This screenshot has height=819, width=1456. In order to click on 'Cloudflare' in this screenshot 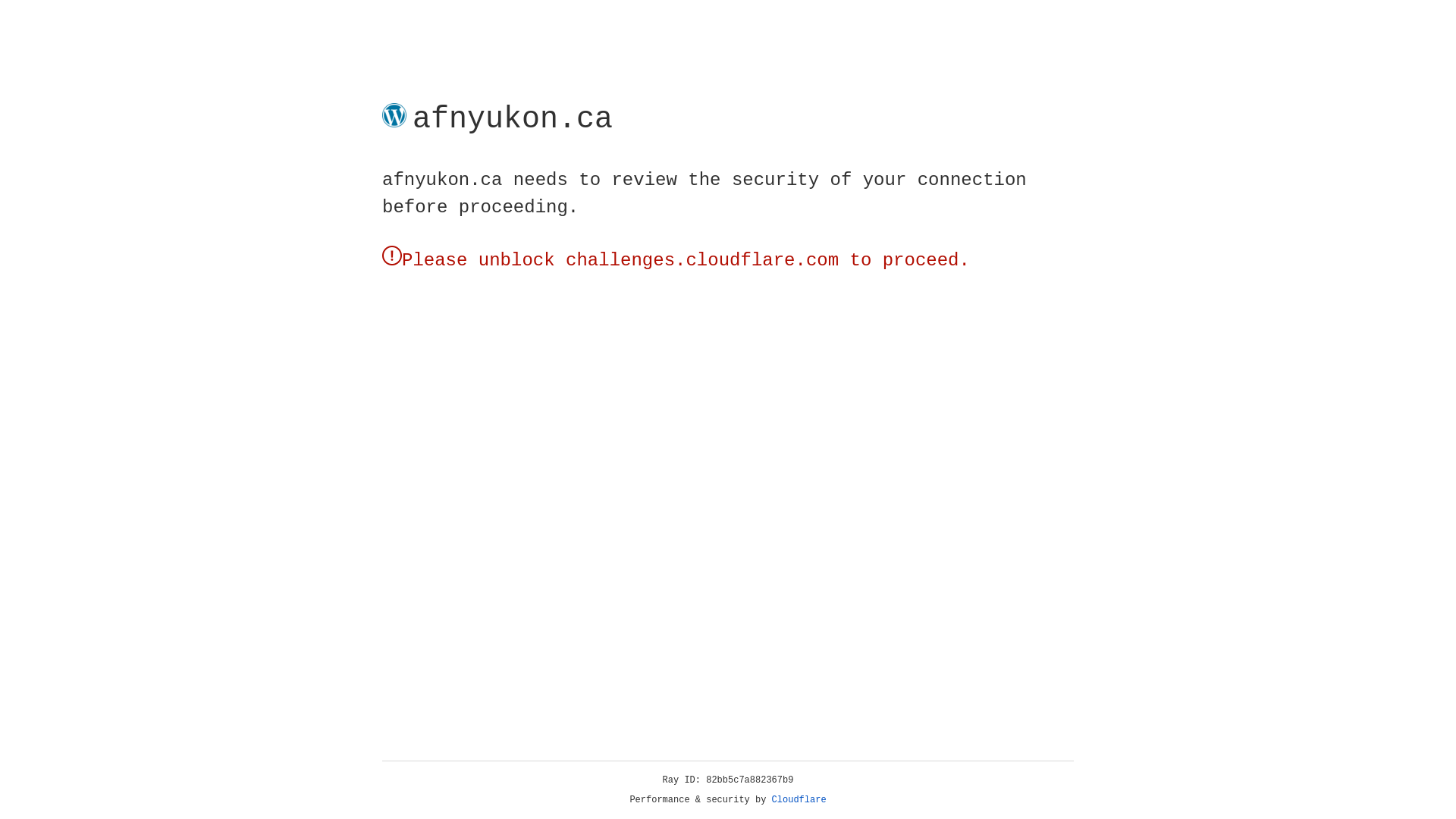, I will do `click(799, 799)`.